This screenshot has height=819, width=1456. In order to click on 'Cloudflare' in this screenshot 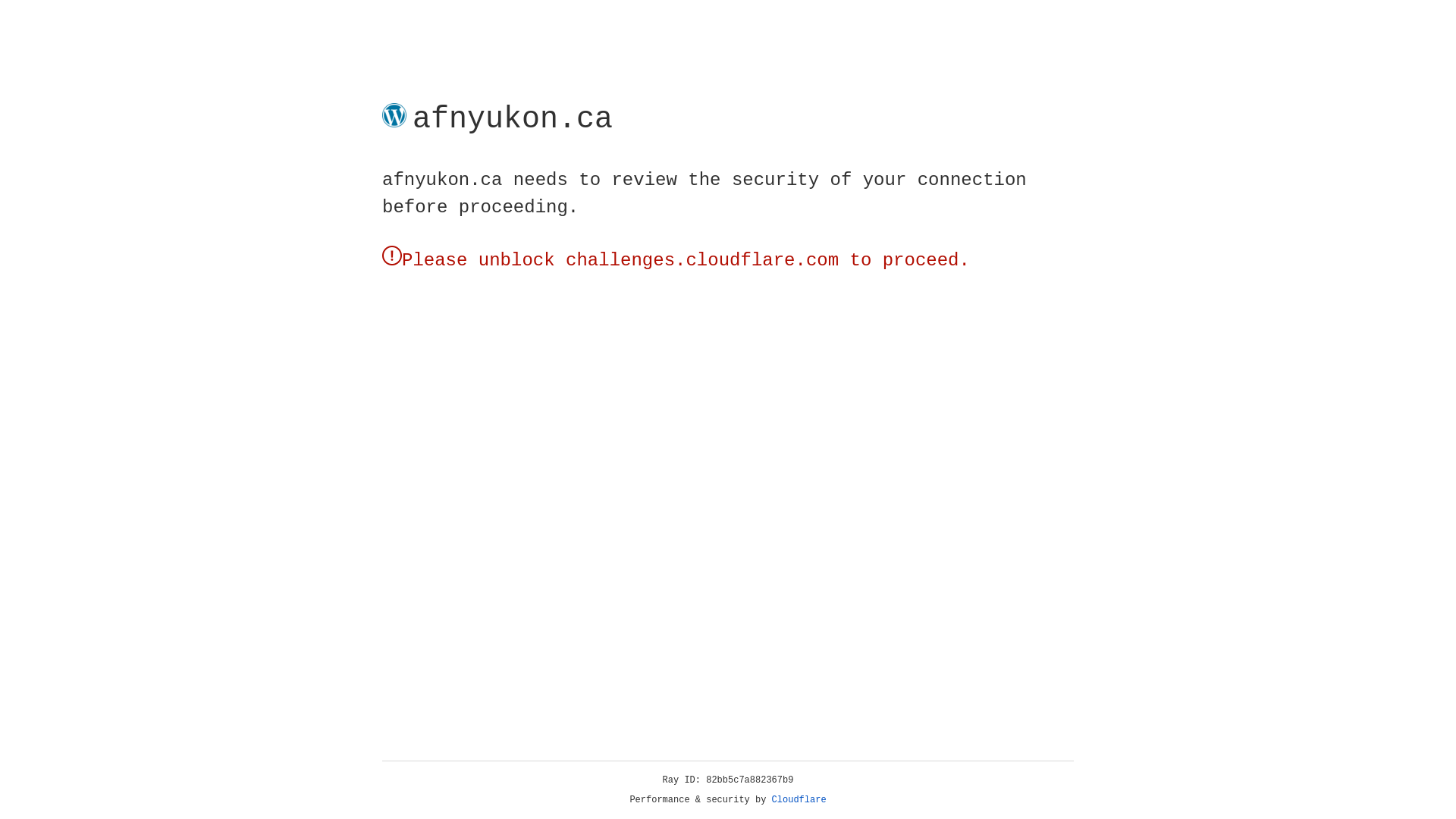, I will do `click(799, 799)`.